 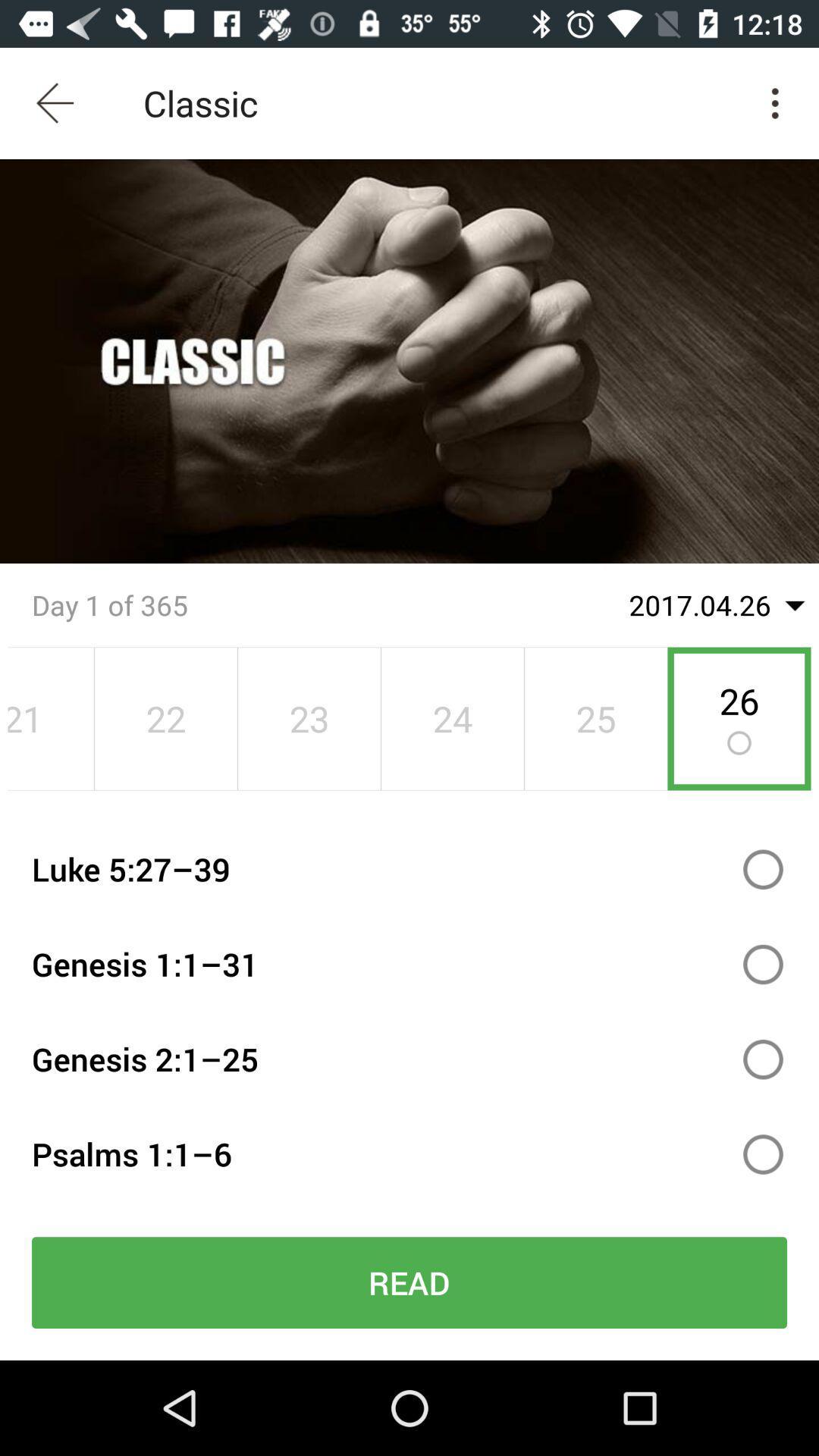 What do you see at coordinates (763, 1059) in the screenshot?
I see `select genesis 2:1-25` at bounding box center [763, 1059].